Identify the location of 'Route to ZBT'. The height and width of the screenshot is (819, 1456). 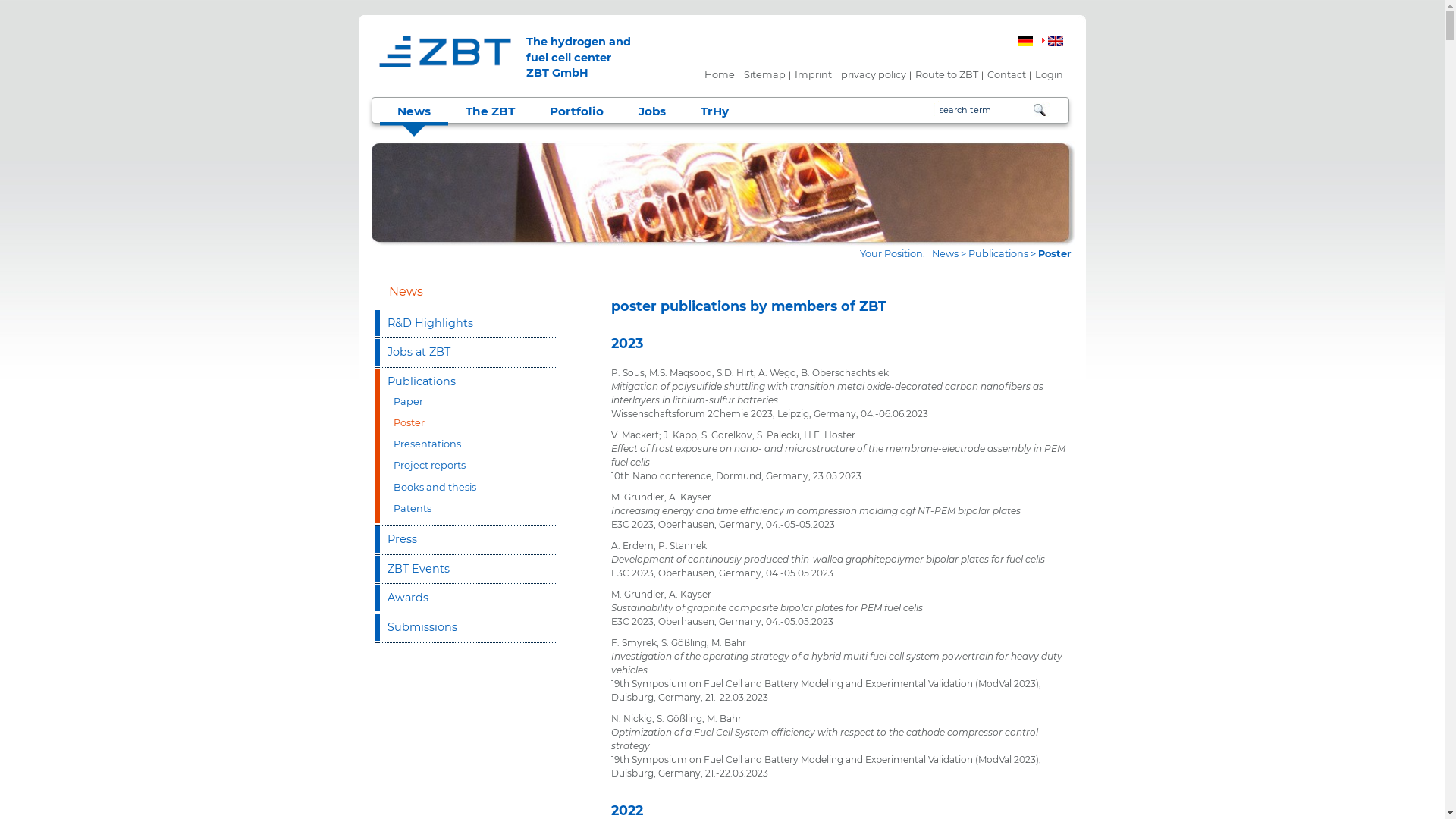
(946, 75).